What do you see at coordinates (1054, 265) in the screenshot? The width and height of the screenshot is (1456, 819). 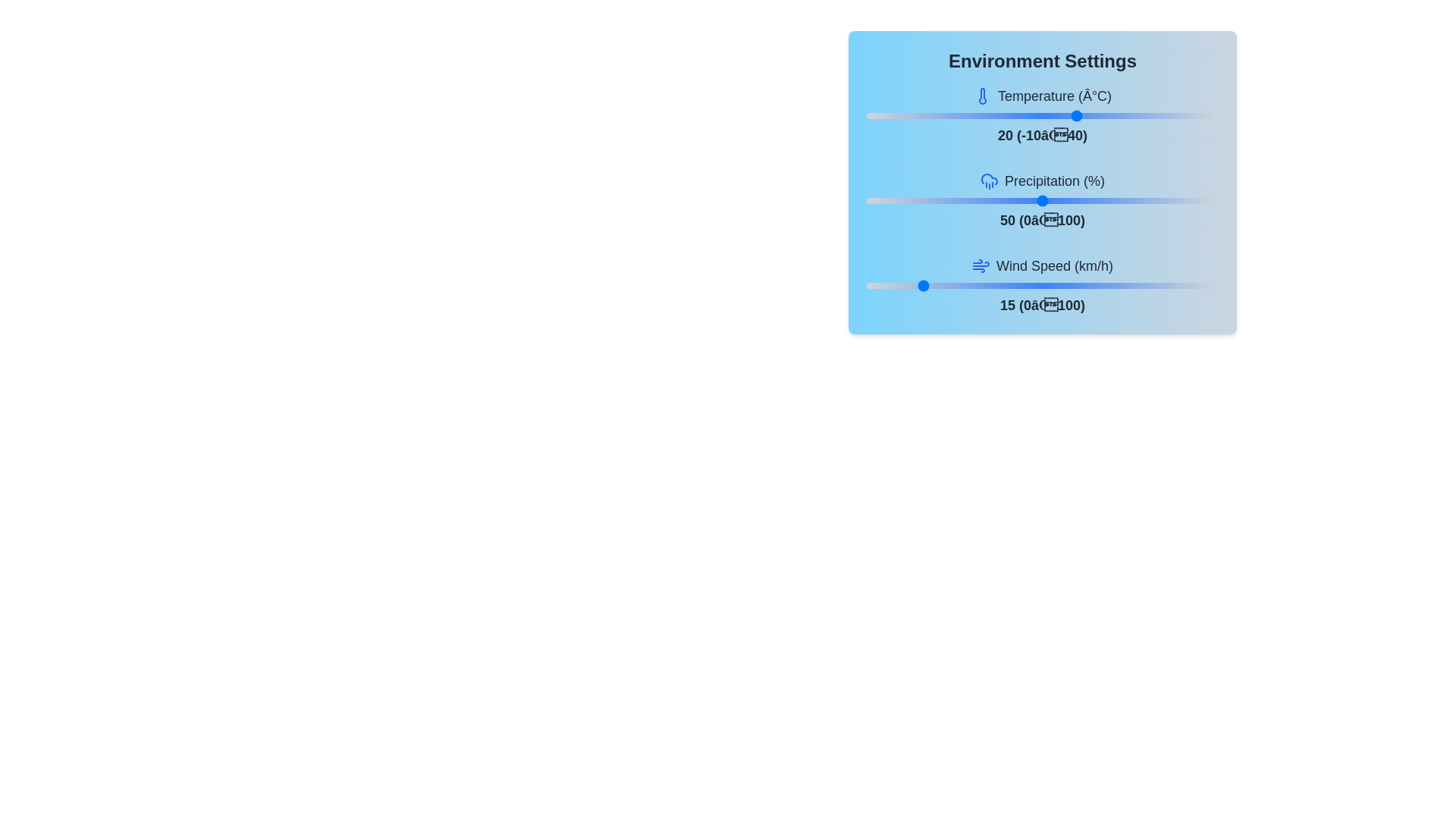 I see `the text label that provides context for the wind speed slider control, located to the right of the wind icon and positioned in the middle of the interface, beneath the 'Precipitation (%)' slider and above the '15 (0–100)' slider` at bounding box center [1054, 265].